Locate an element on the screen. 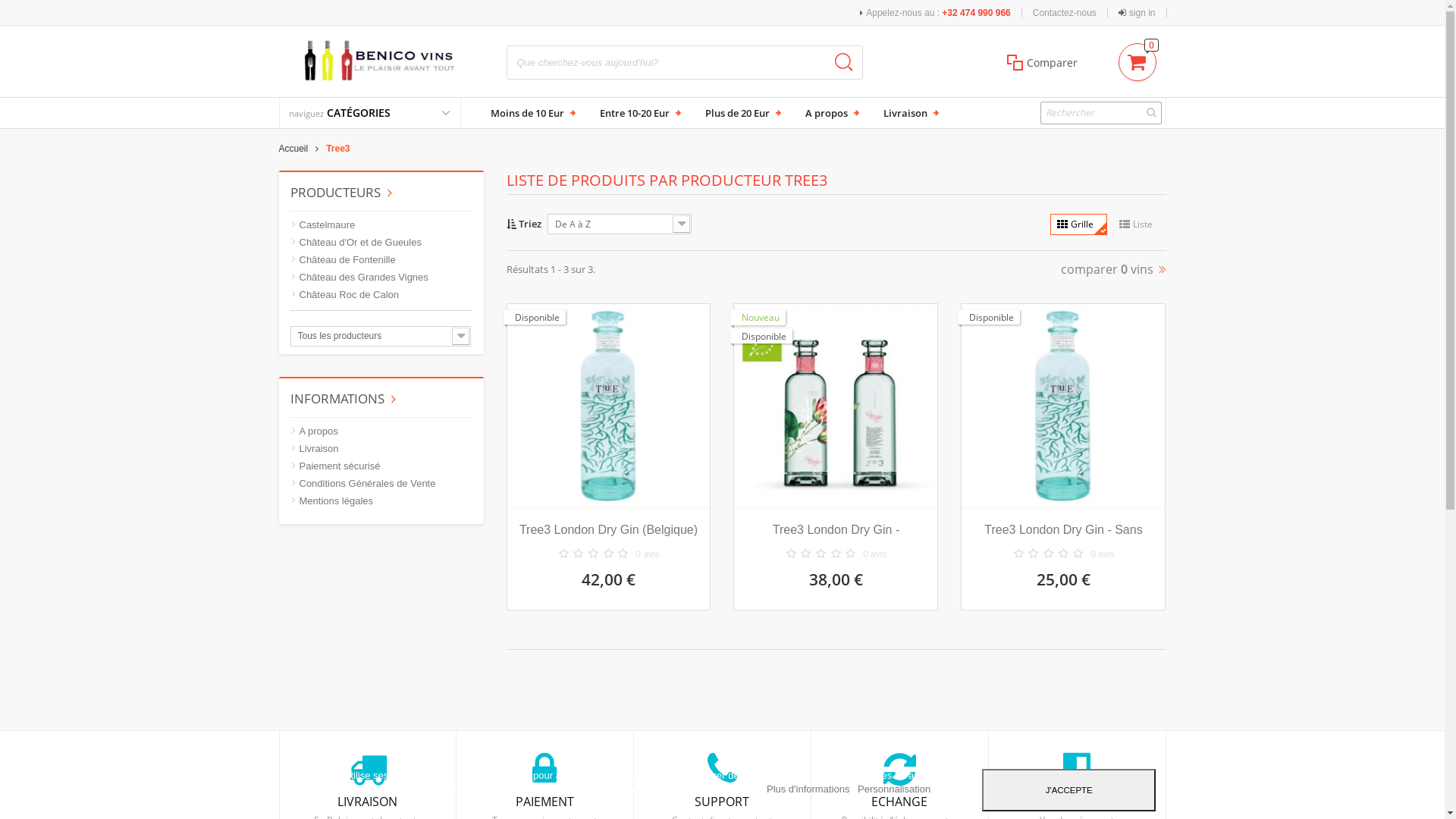  'Personnalisation' is located at coordinates (858, 788).